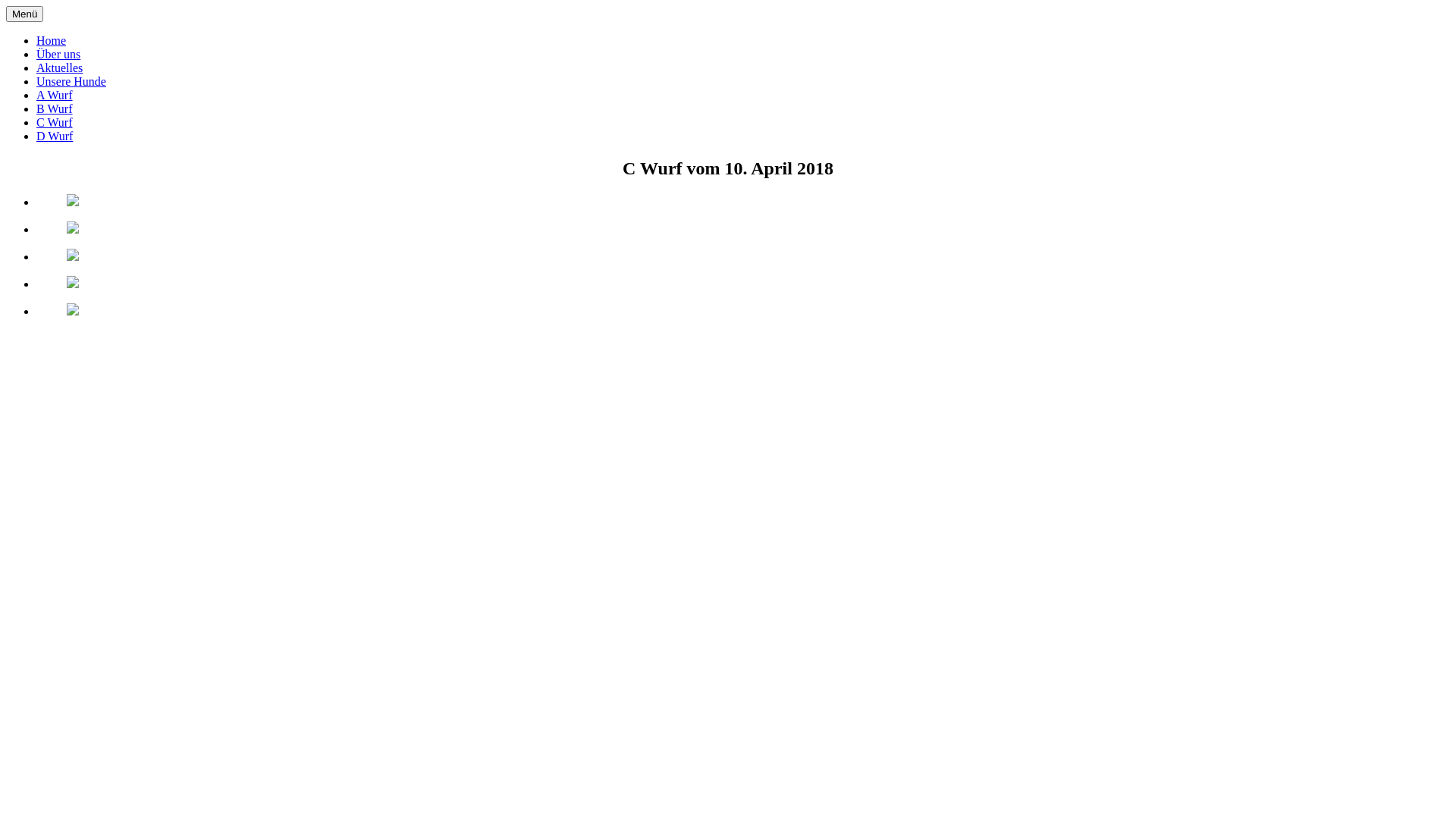  What do you see at coordinates (55, 108) in the screenshot?
I see `'B Wurf'` at bounding box center [55, 108].